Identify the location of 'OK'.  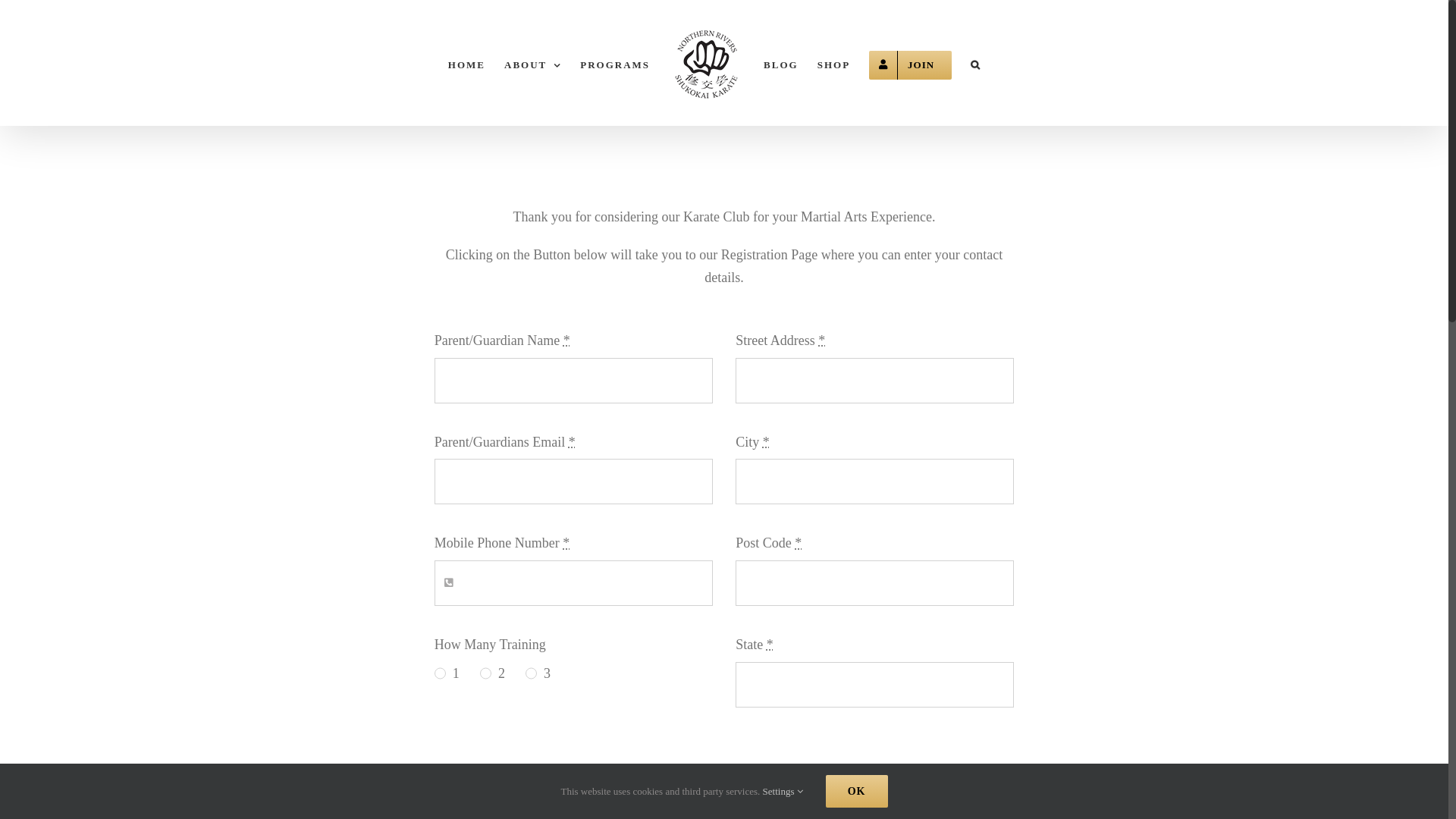
(856, 790).